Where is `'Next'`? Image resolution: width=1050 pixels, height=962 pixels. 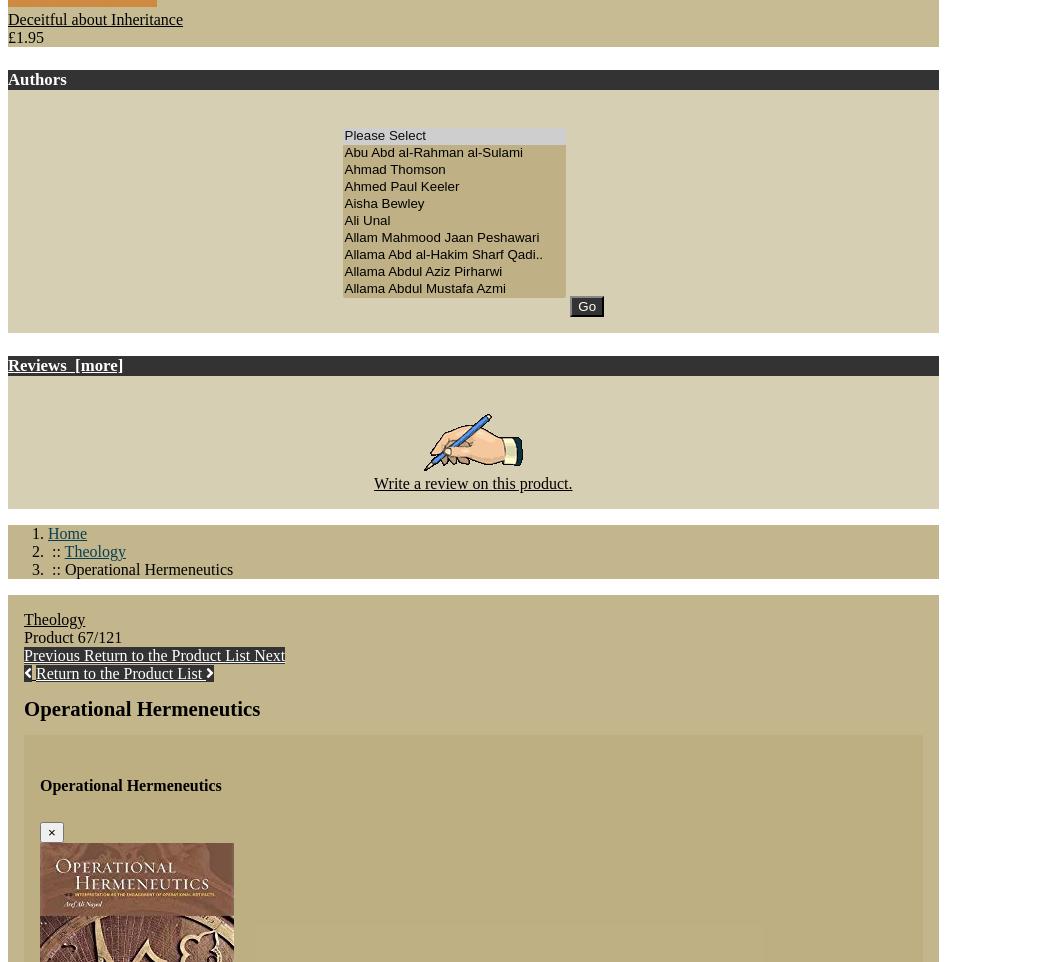
'Next' is located at coordinates (268, 654).